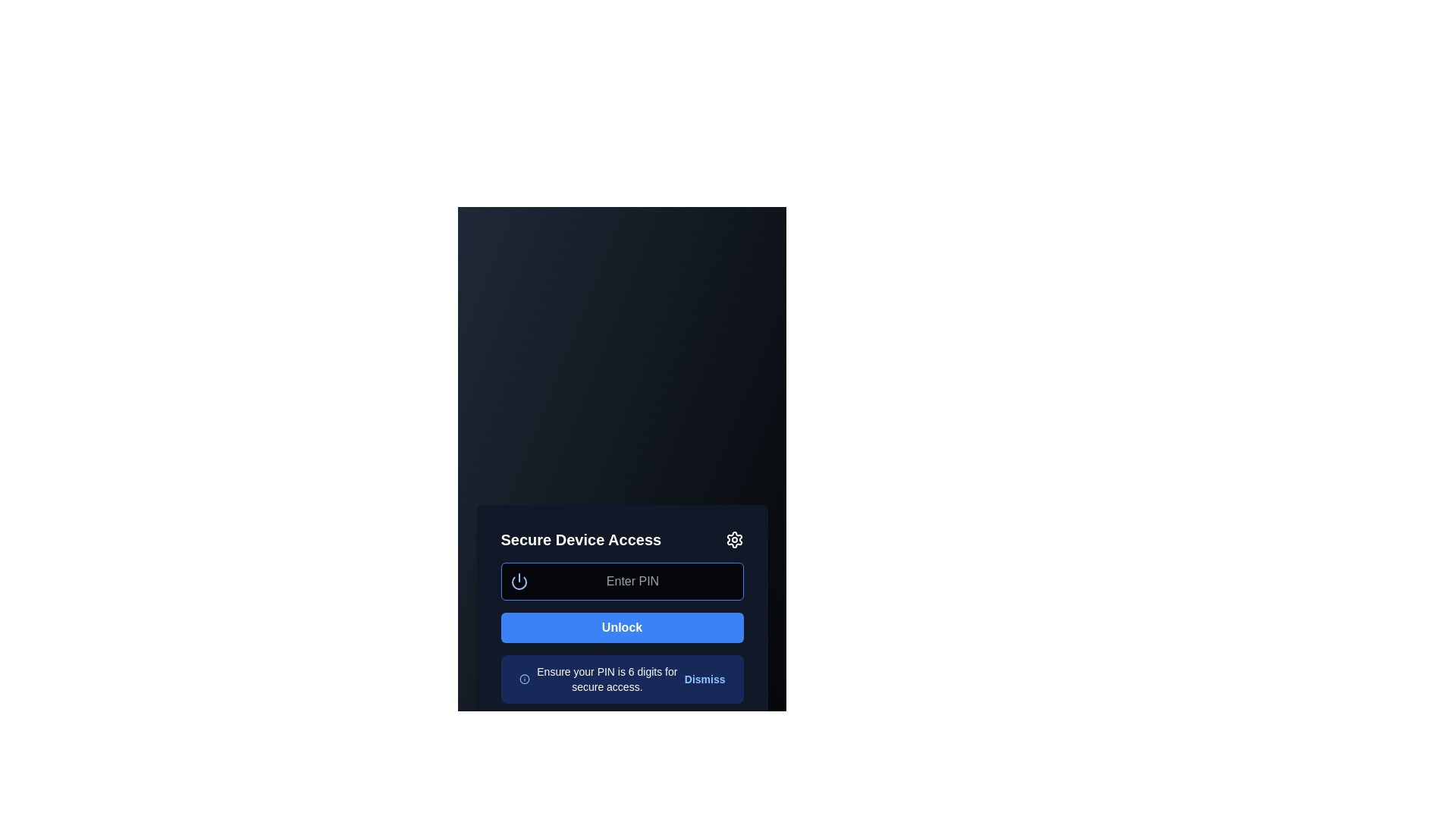 The image size is (1456, 819). What do you see at coordinates (704, 678) in the screenshot?
I see `the dismiss button located at the right edge of the message about ensuring the PIN is six digits for secure access` at bounding box center [704, 678].